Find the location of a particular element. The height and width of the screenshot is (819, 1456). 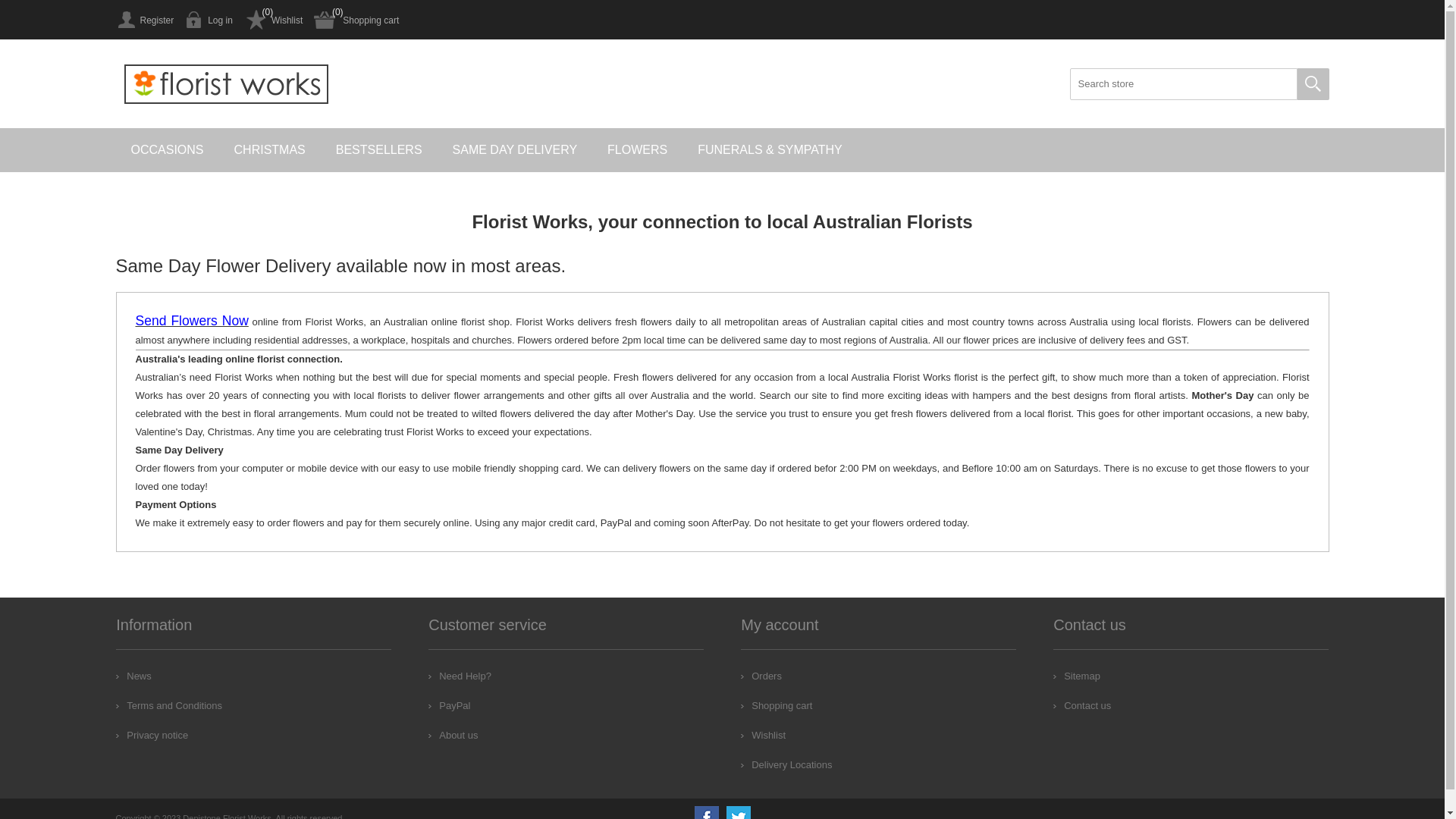

'News' is located at coordinates (133, 675).